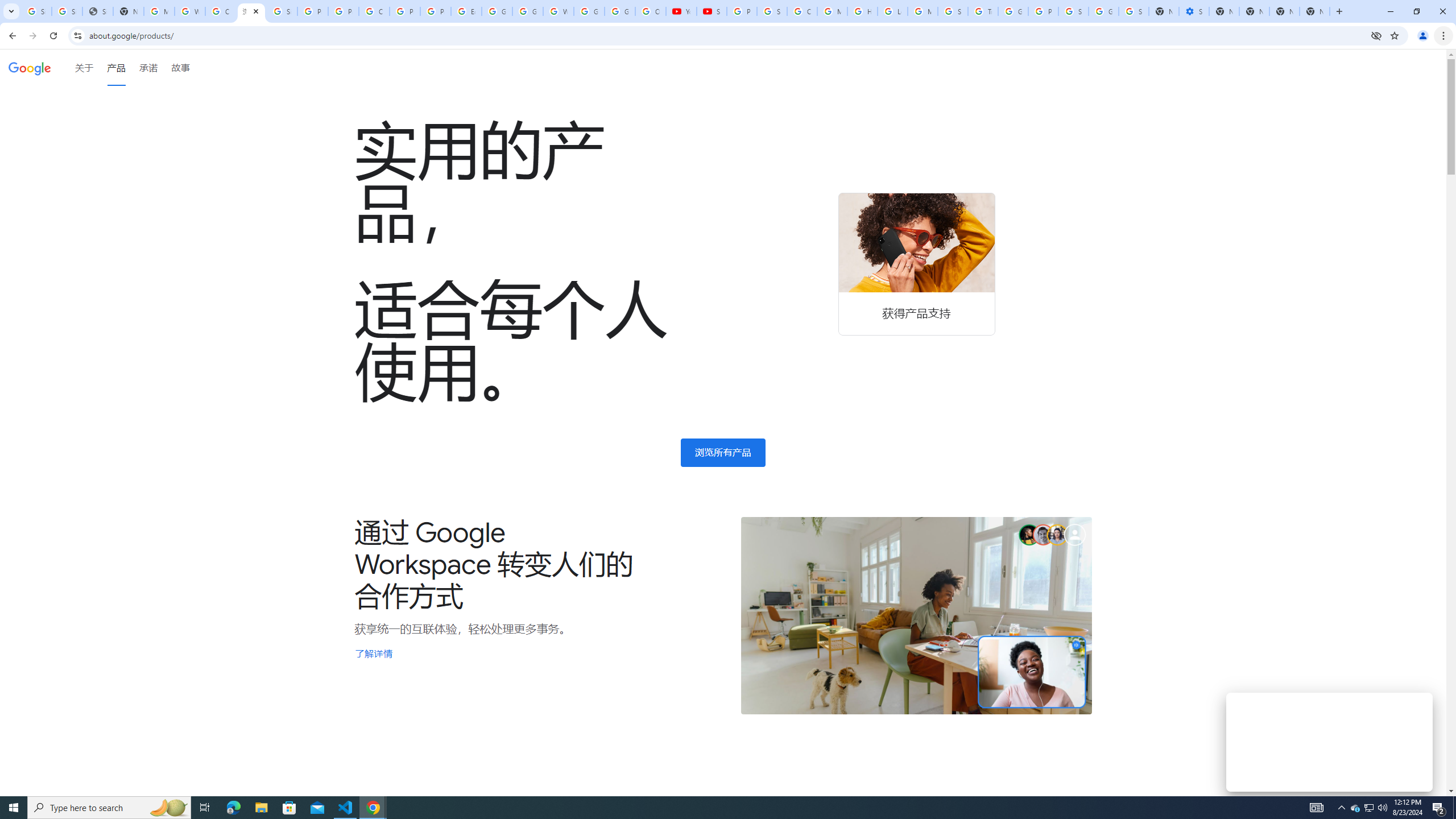 This screenshot has width=1456, height=819. What do you see at coordinates (97, 11) in the screenshot?
I see `'Sign In - USA TODAY'` at bounding box center [97, 11].